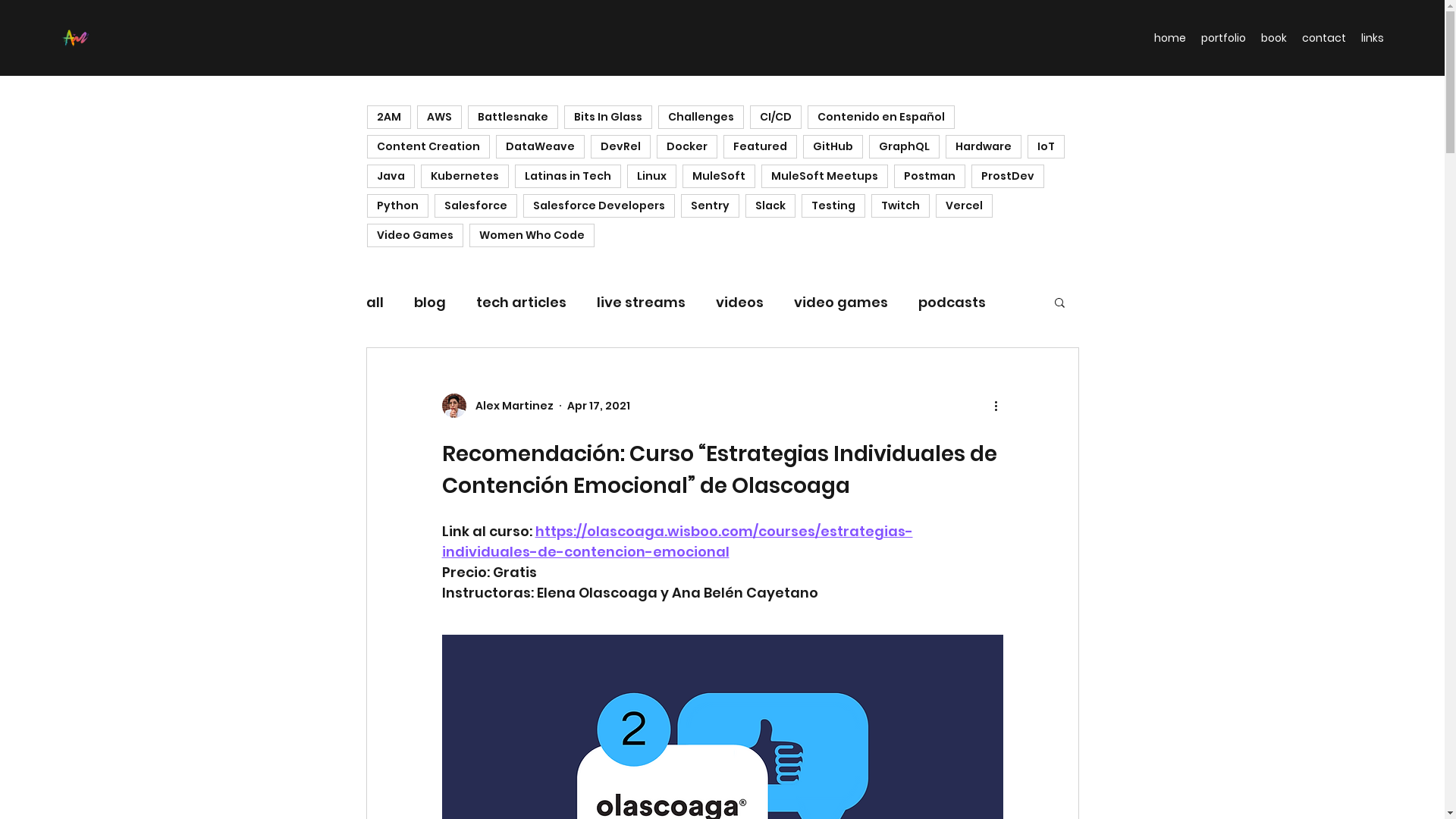  What do you see at coordinates (1169, 37) in the screenshot?
I see `'home'` at bounding box center [1169, 37].